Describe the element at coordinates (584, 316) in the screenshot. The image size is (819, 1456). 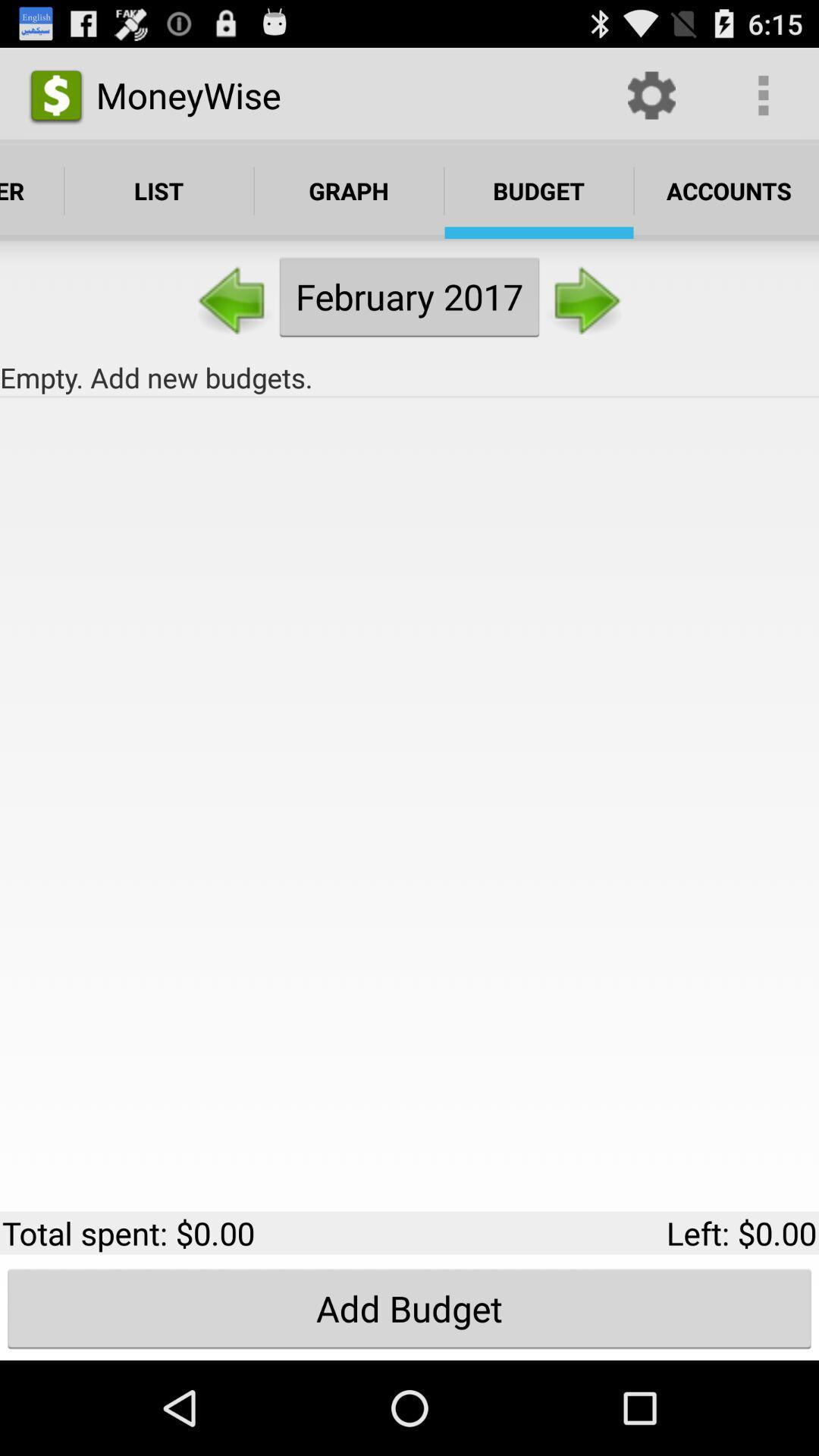
I see `the arrow_forward icon` at that location.